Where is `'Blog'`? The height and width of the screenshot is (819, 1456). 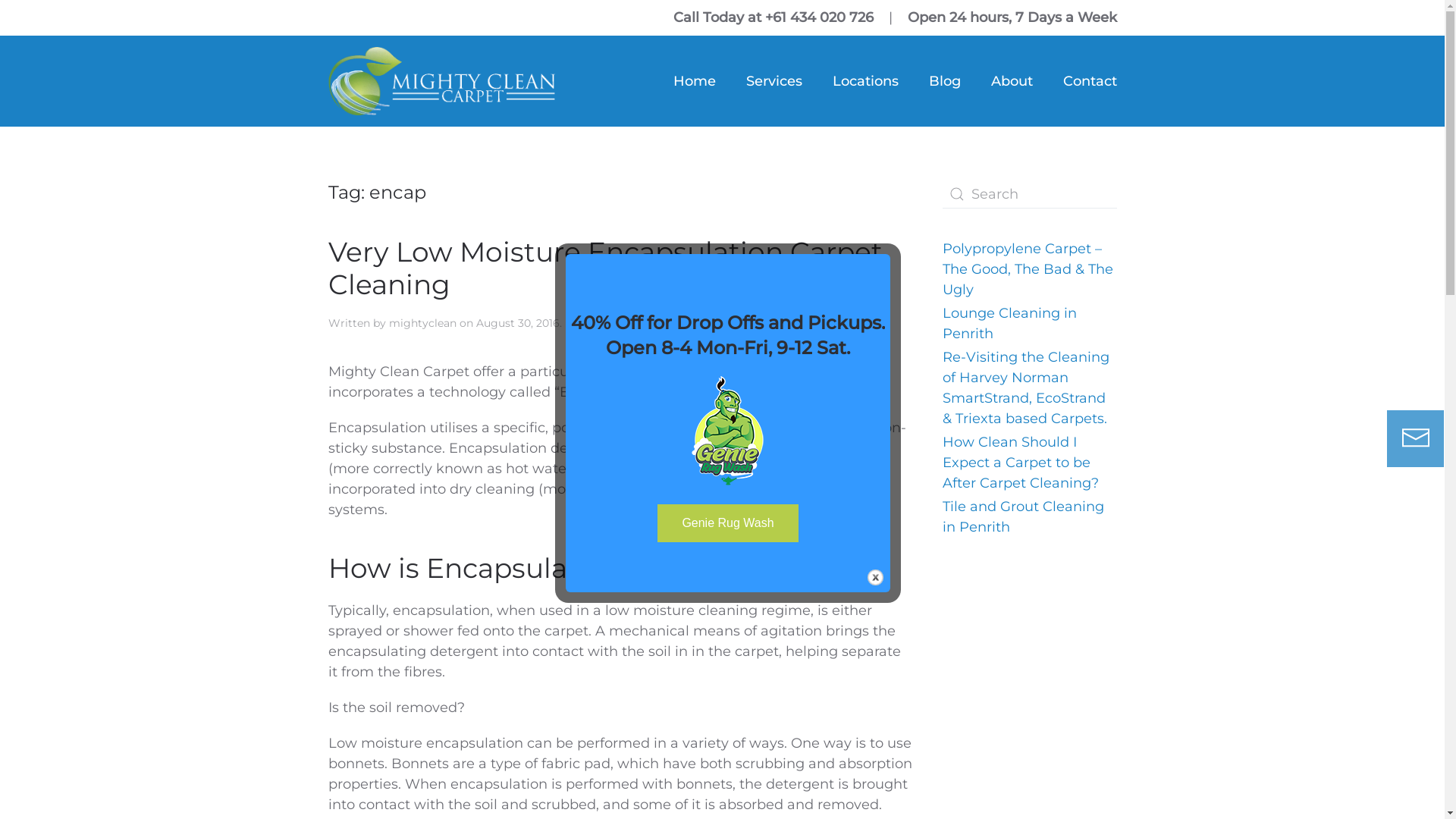
'Blog' is located at coordinates (943, 81).